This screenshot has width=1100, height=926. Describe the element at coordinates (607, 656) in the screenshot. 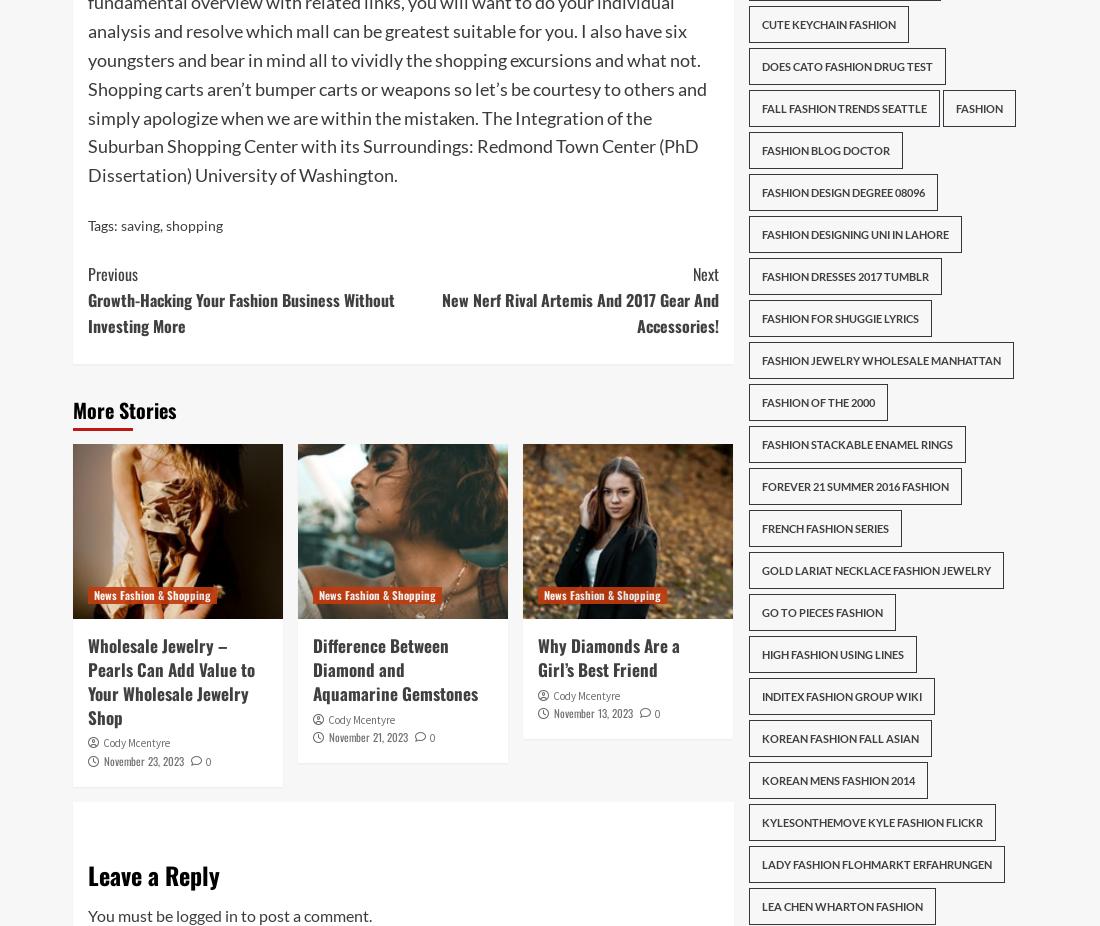

I see `'Why Diamonds Are a Girl’s Best Friend'` at that location.